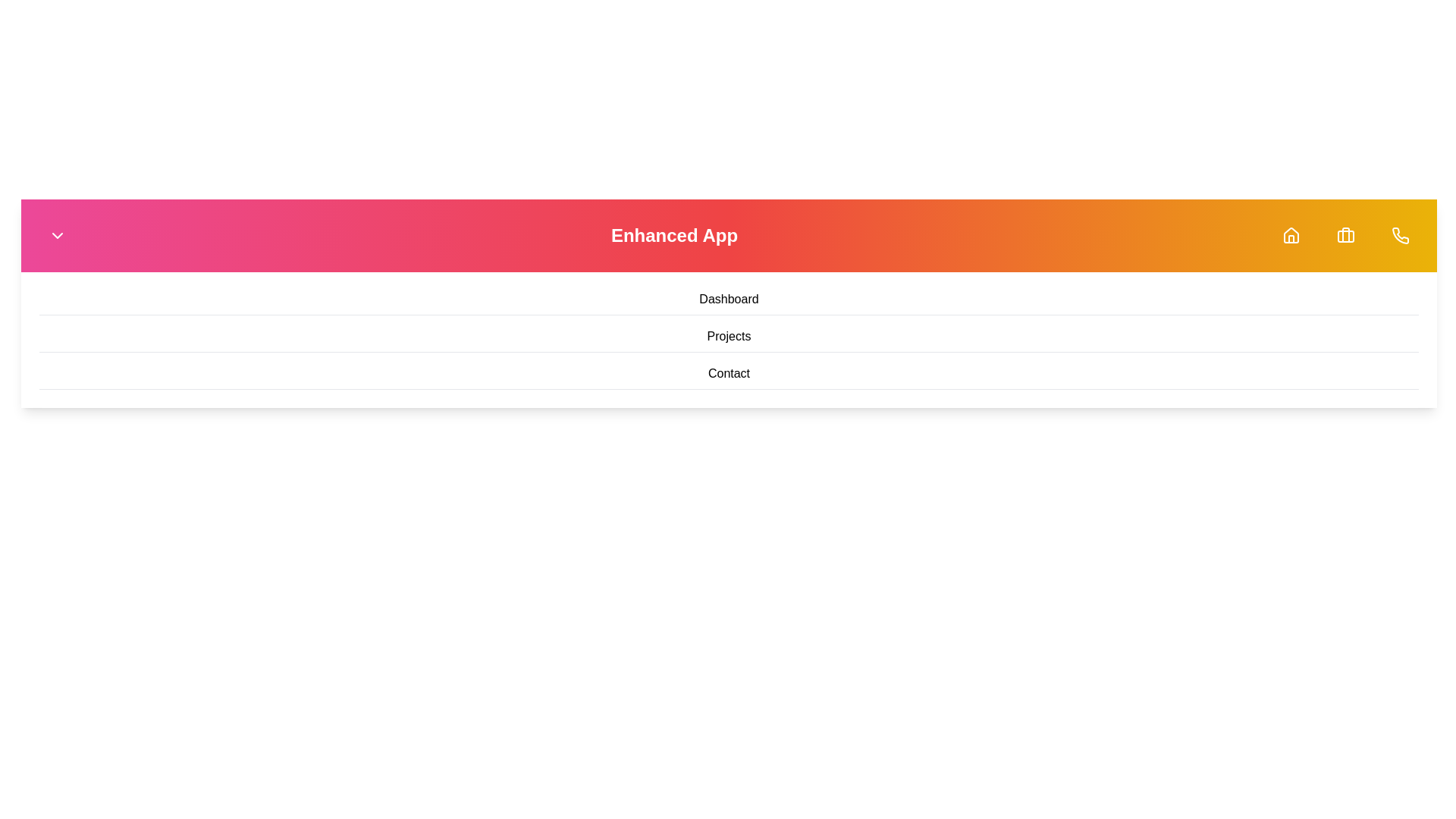  I want to click on the dropdown toggle button to toggle the menu, so click(58, 236).